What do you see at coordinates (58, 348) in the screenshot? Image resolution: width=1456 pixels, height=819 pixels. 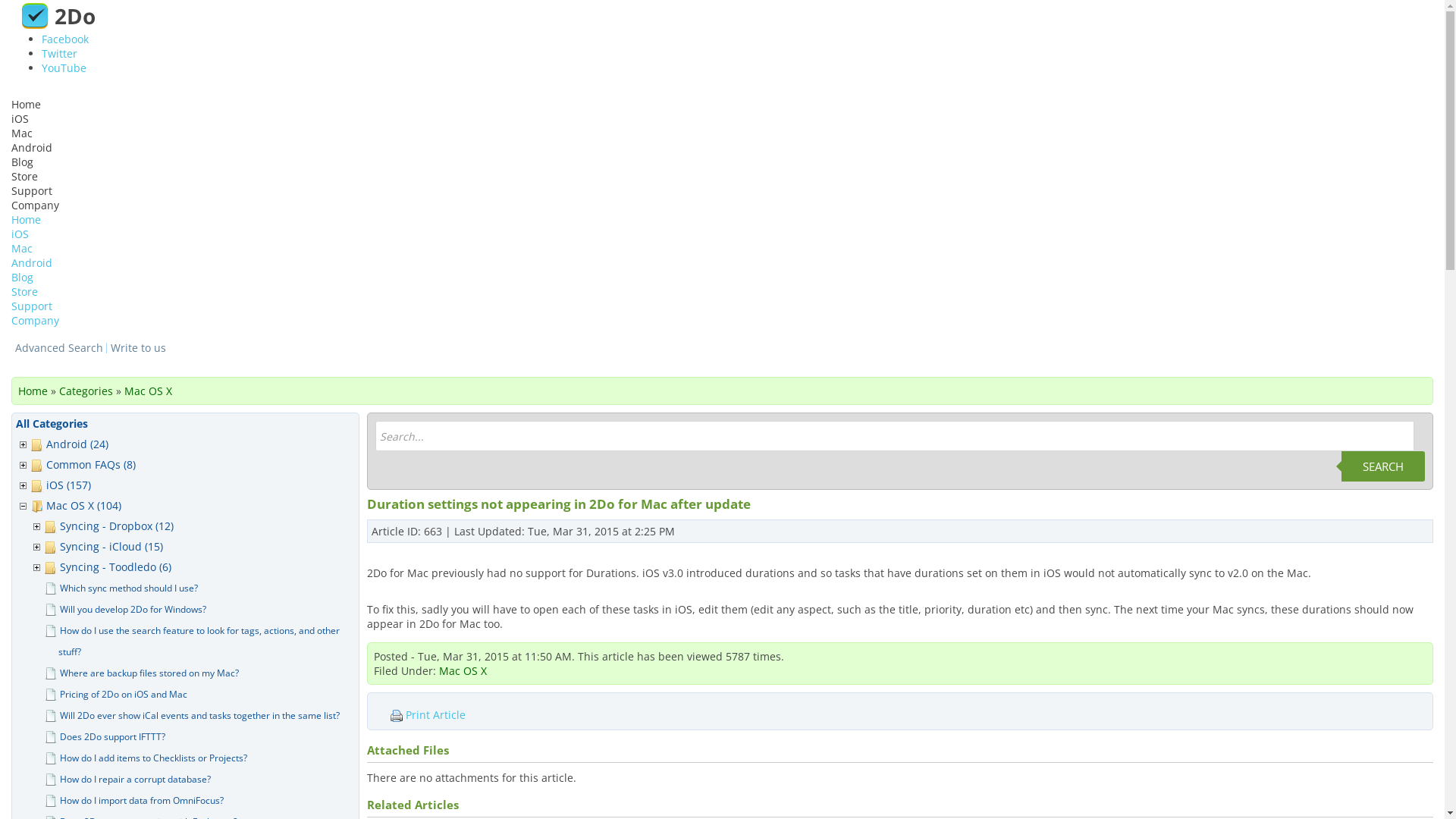 I see `'Advanced Search'` at bounding box center [58, 348].